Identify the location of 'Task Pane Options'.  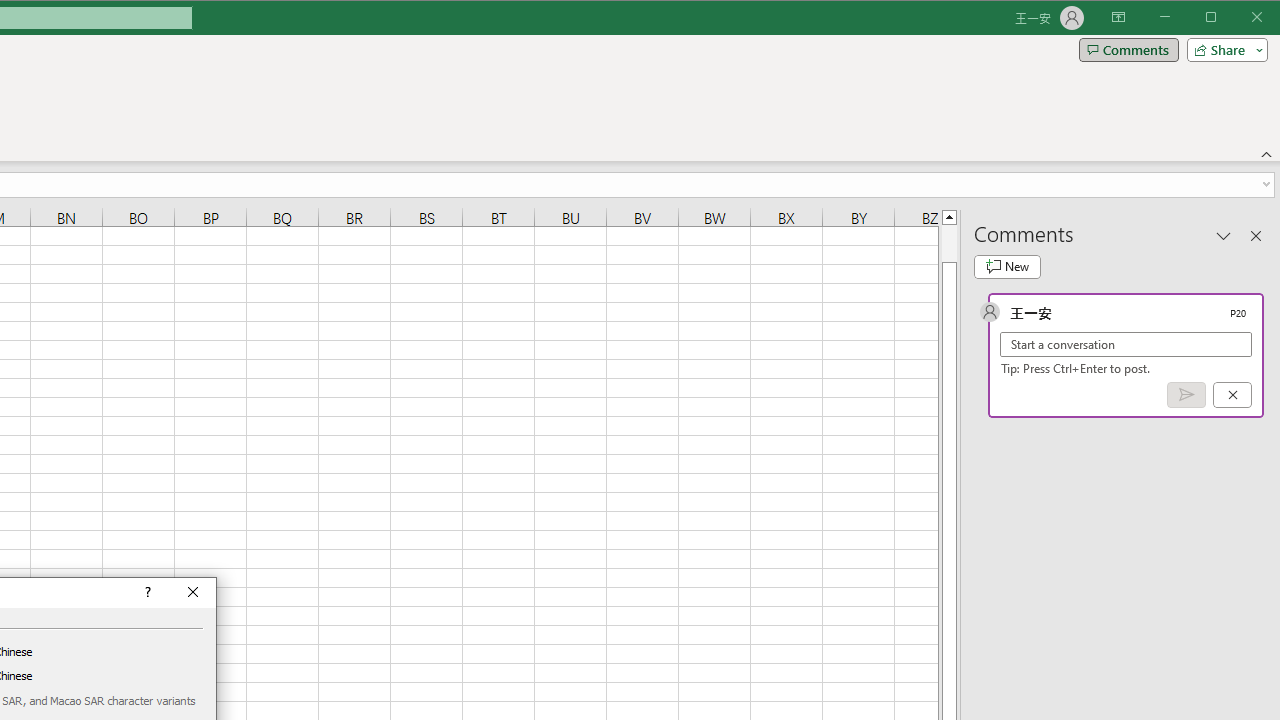
(1223, 234).